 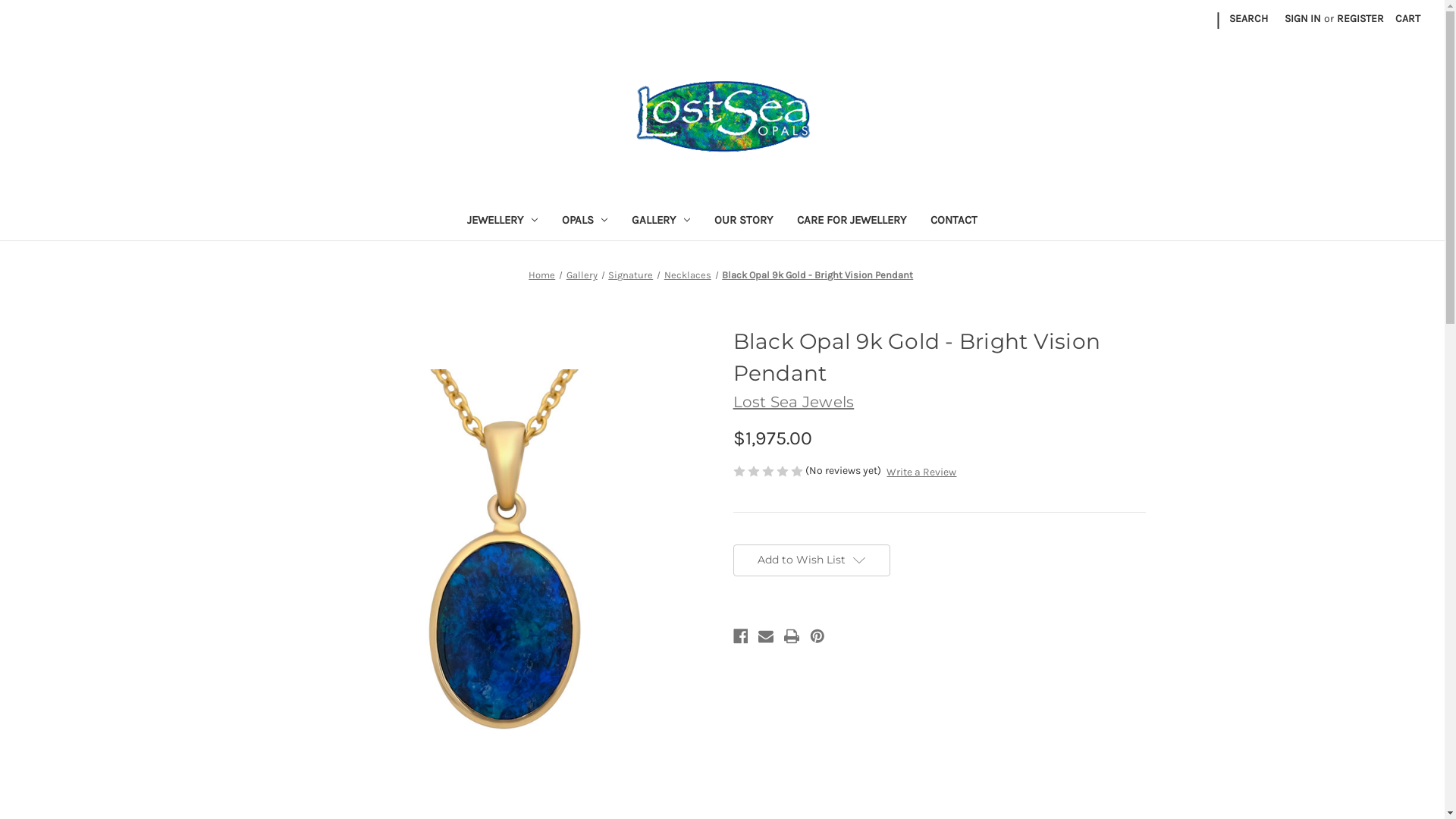 What do you see at coordinates (1407, 18) in the screenshot?
I see `'CART'` at bounding box center [1407, 18].